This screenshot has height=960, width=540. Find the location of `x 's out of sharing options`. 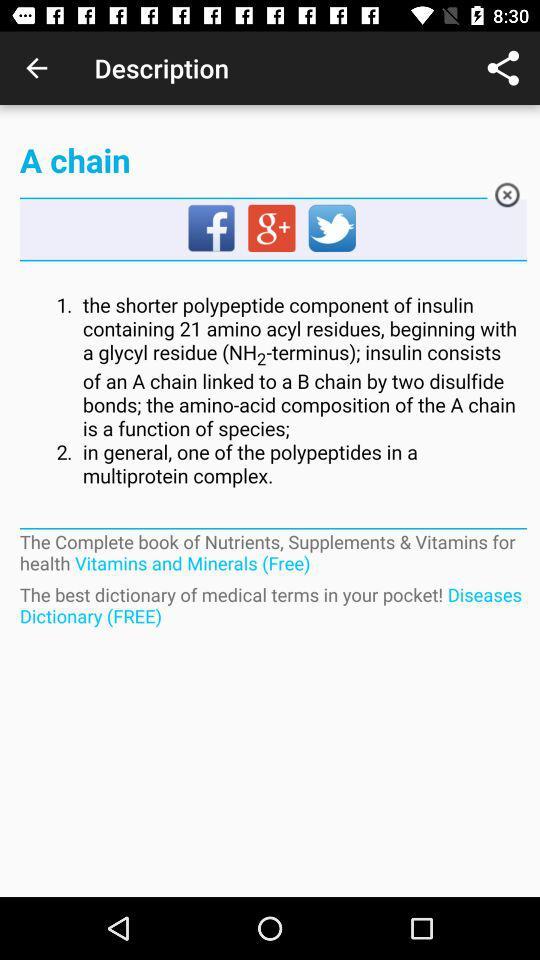

x 's out of sharing options is located at coordinates (507, 198).